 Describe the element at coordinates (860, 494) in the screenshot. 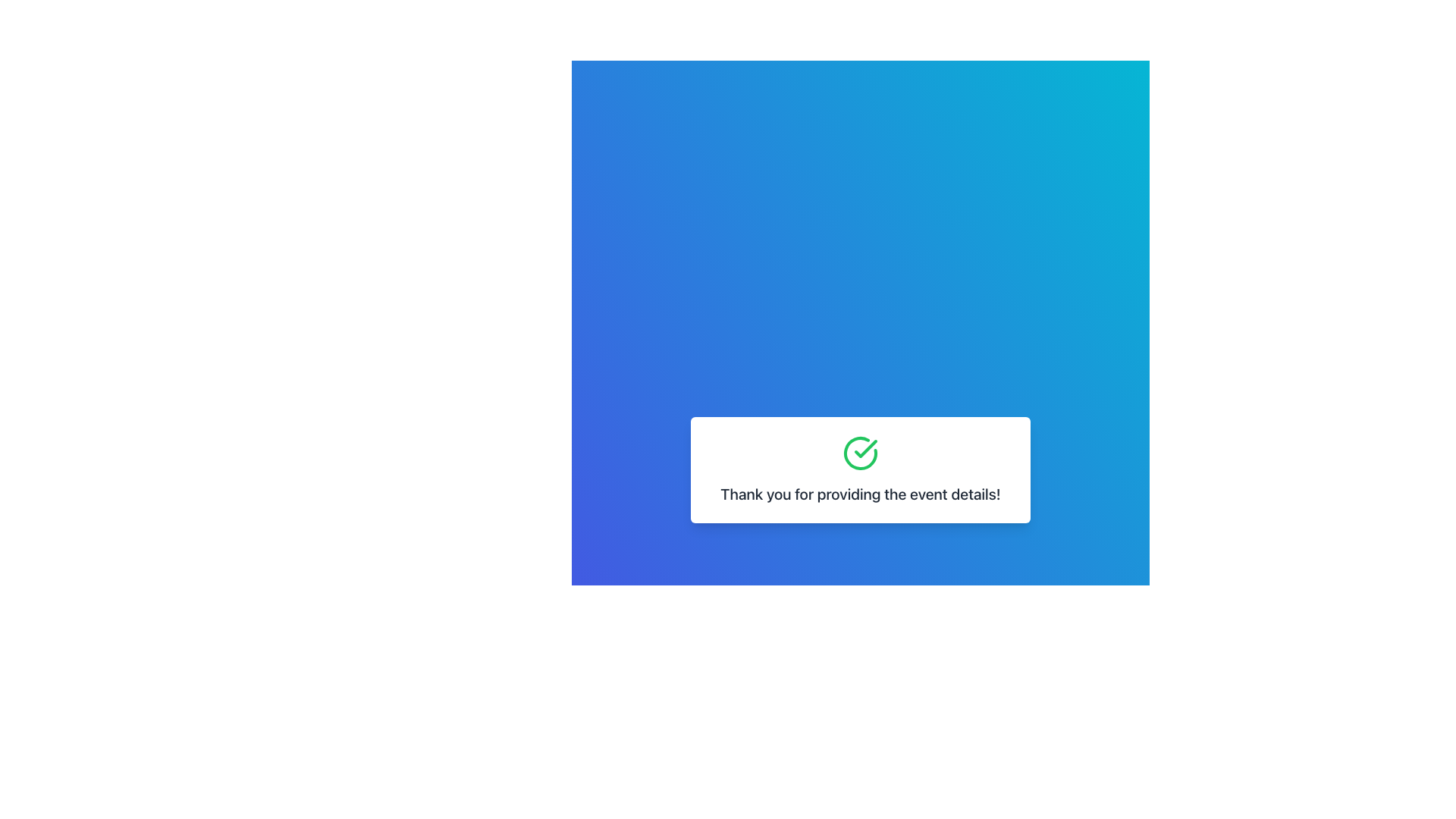

I see `static text label that says 'Thank you for providing the event details!' positioned centrally below a green circular checkmark icon` at that location.